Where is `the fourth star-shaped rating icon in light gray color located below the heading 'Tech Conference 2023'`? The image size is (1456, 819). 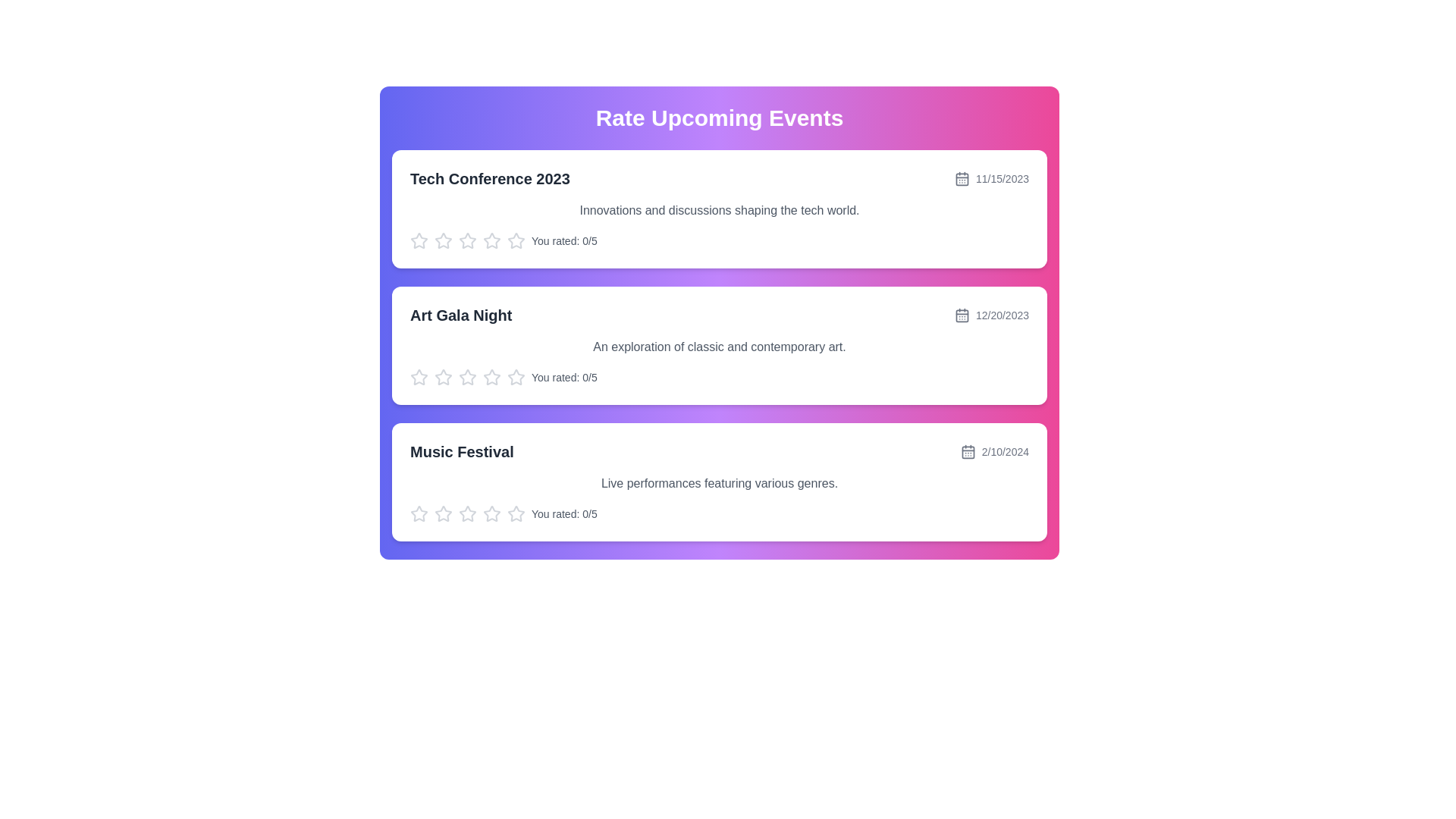
the fourth star-shaped rating icon in light gray color located below the heading 'Tech Conference 2023' is located at coordinates (467, 240).